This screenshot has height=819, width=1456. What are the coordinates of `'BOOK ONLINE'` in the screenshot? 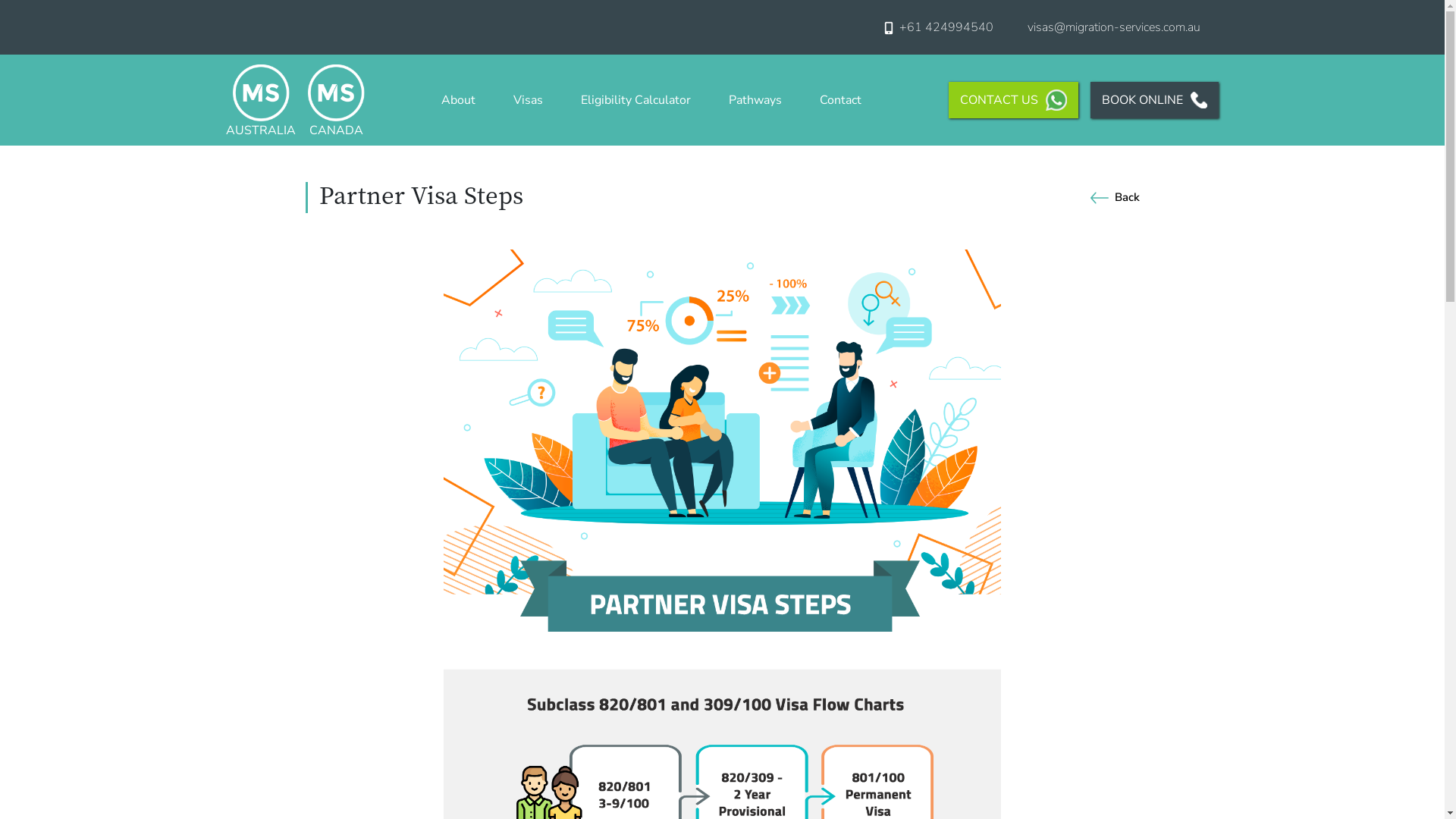 It's located at (1148, 99).